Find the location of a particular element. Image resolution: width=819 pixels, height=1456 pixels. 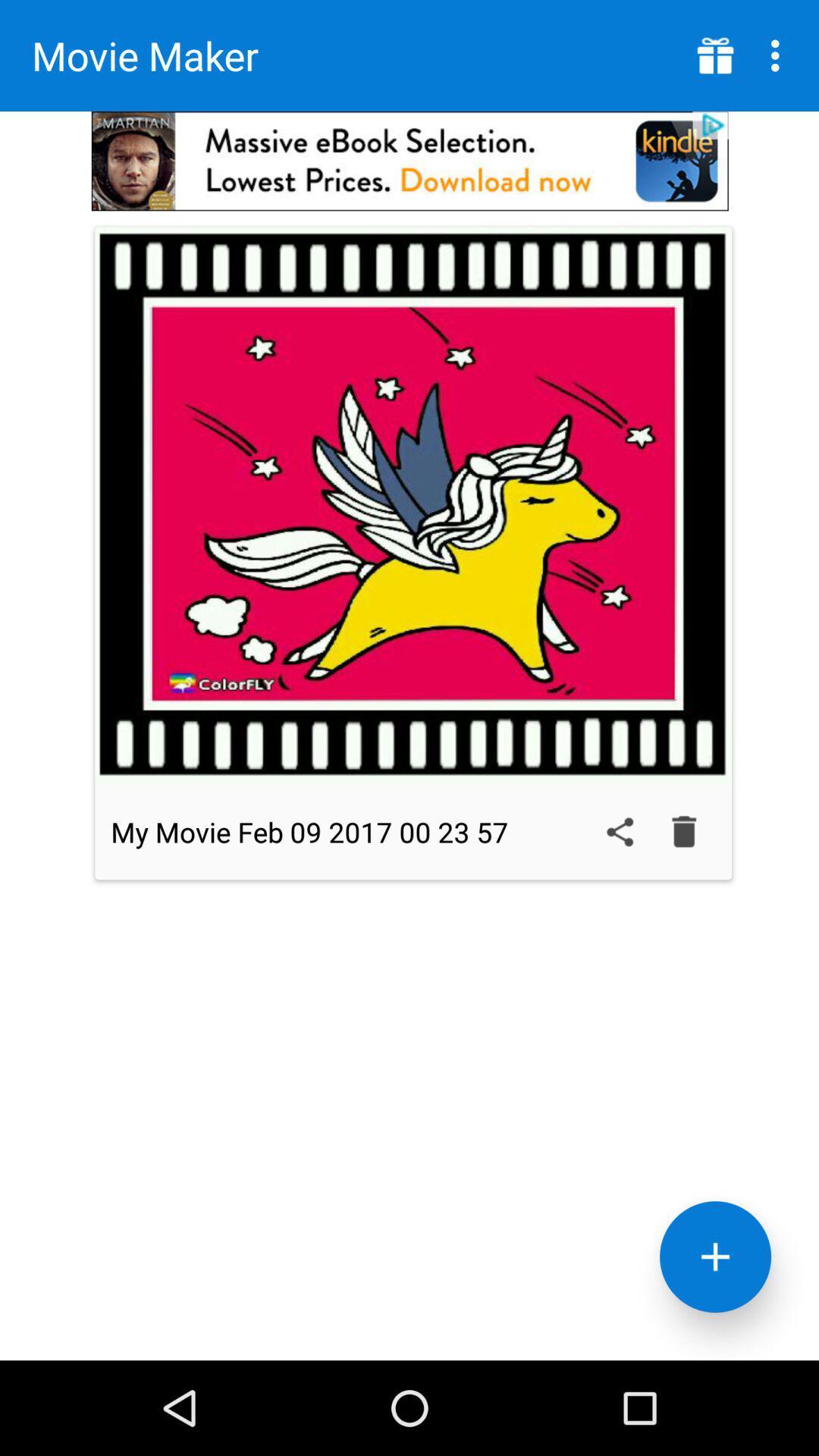

the add icon is located at coordinates (715, 1257).